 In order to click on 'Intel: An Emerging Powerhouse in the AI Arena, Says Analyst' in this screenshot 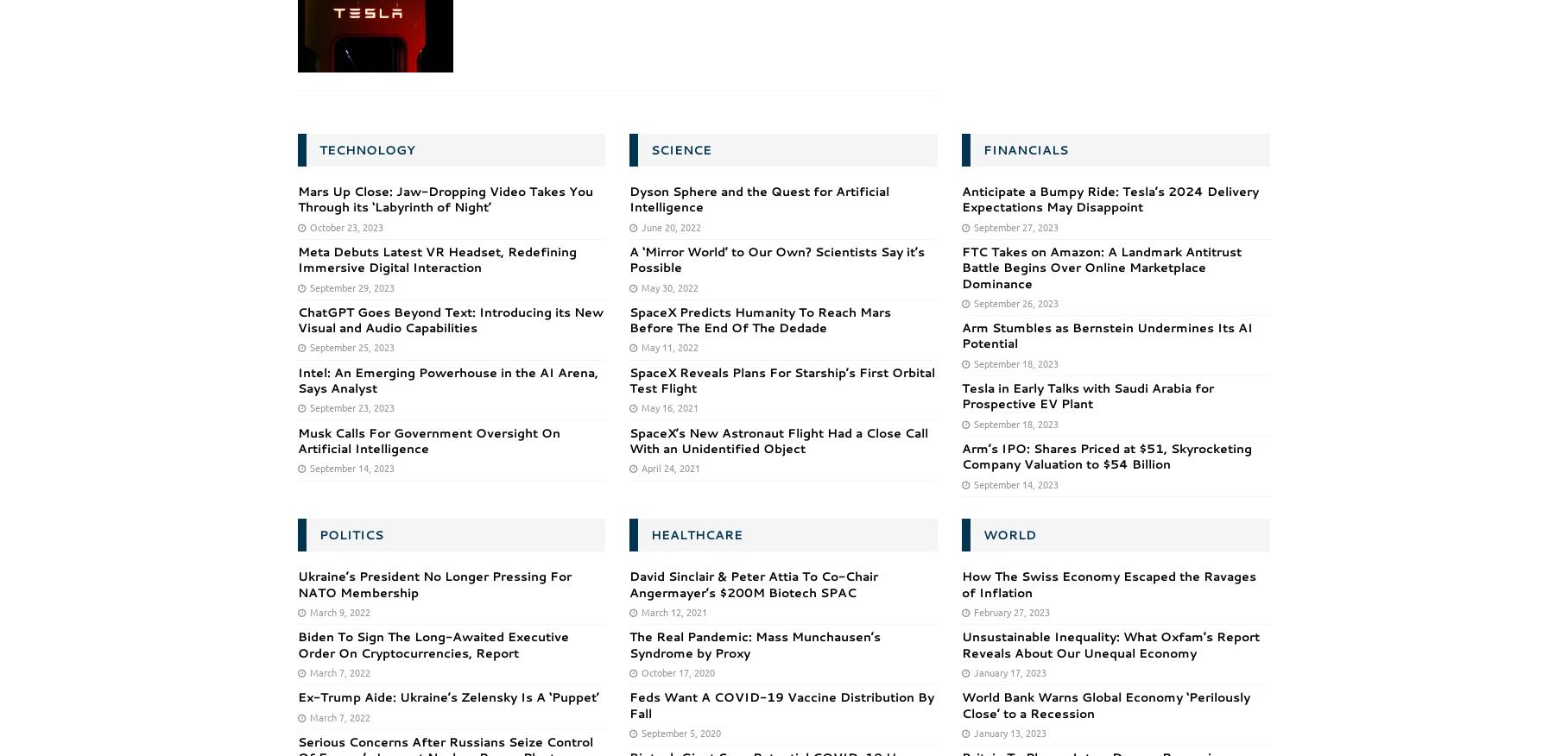, I will do `click(446, 379)`.